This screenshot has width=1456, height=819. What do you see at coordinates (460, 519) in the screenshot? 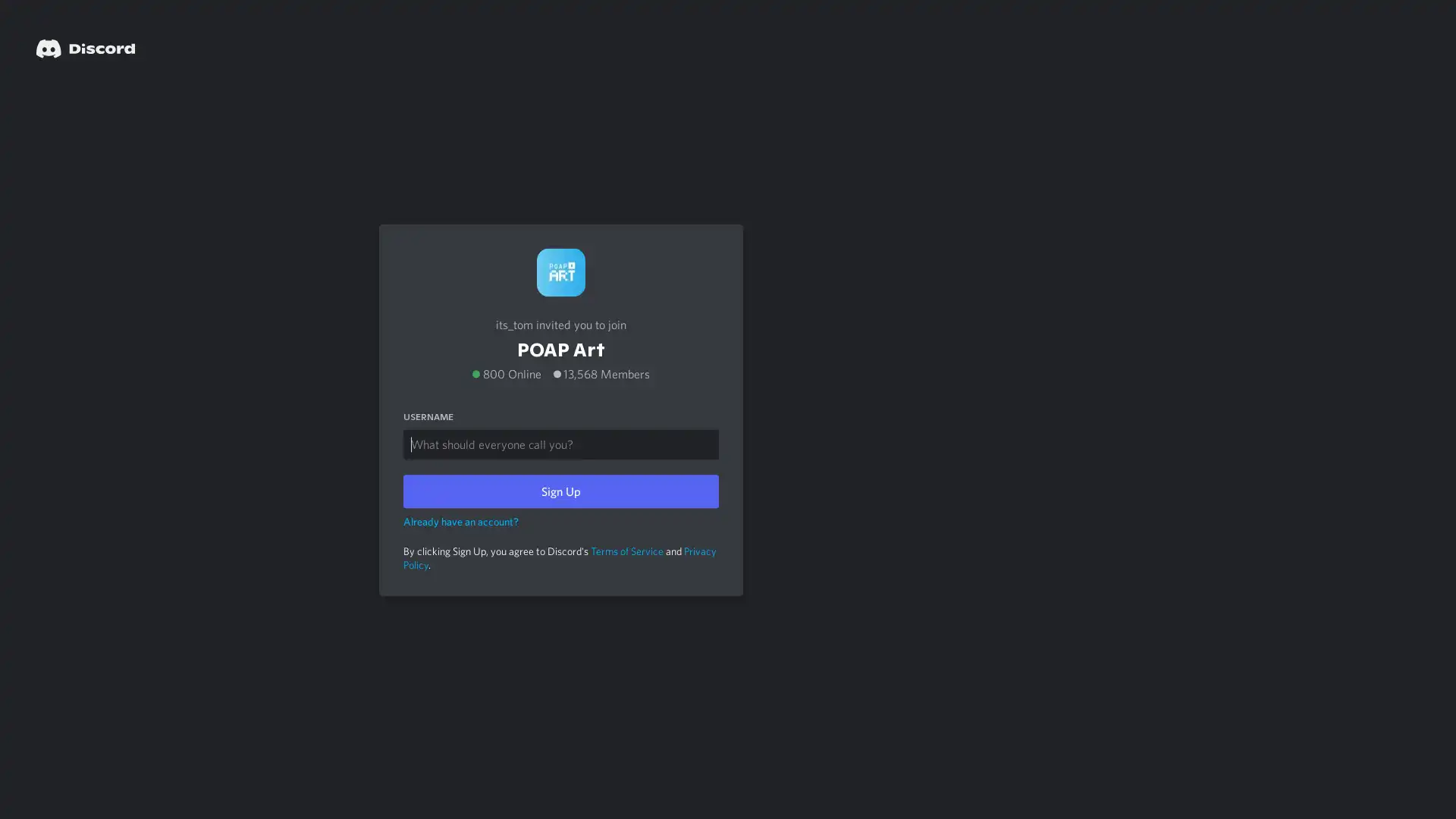
I see `Already have an account?` at bounding box center [460, 519].